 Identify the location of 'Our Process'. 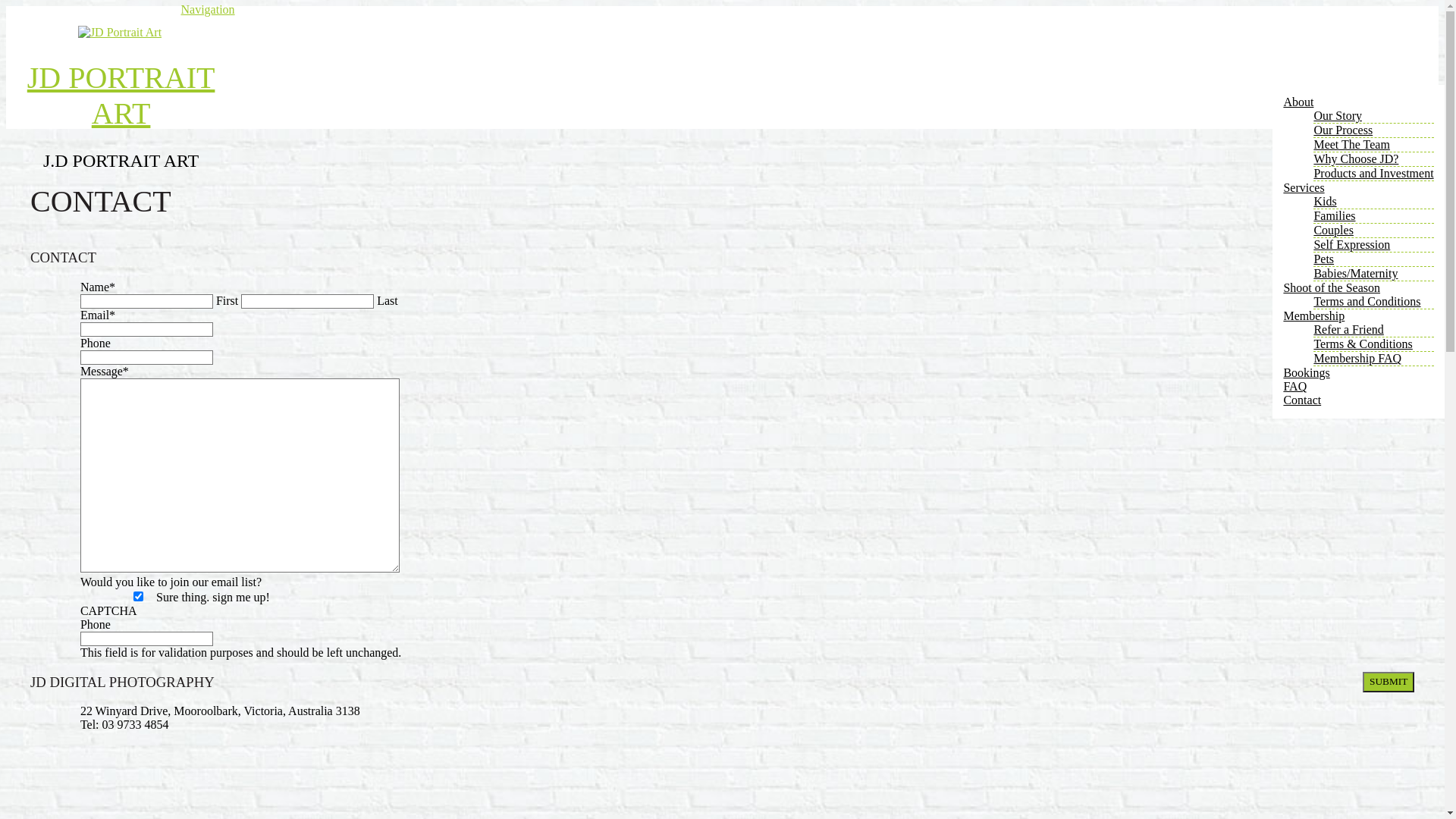
(1343, 129).